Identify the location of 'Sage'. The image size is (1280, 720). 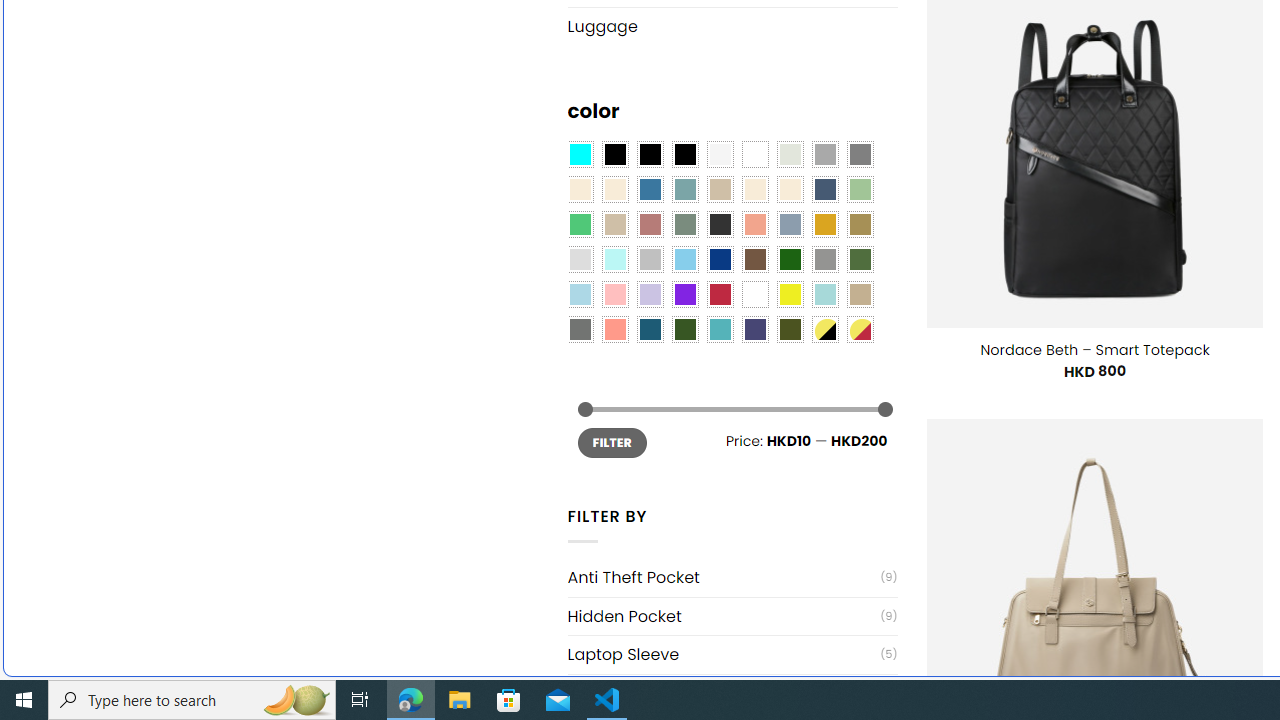
(684, 225).